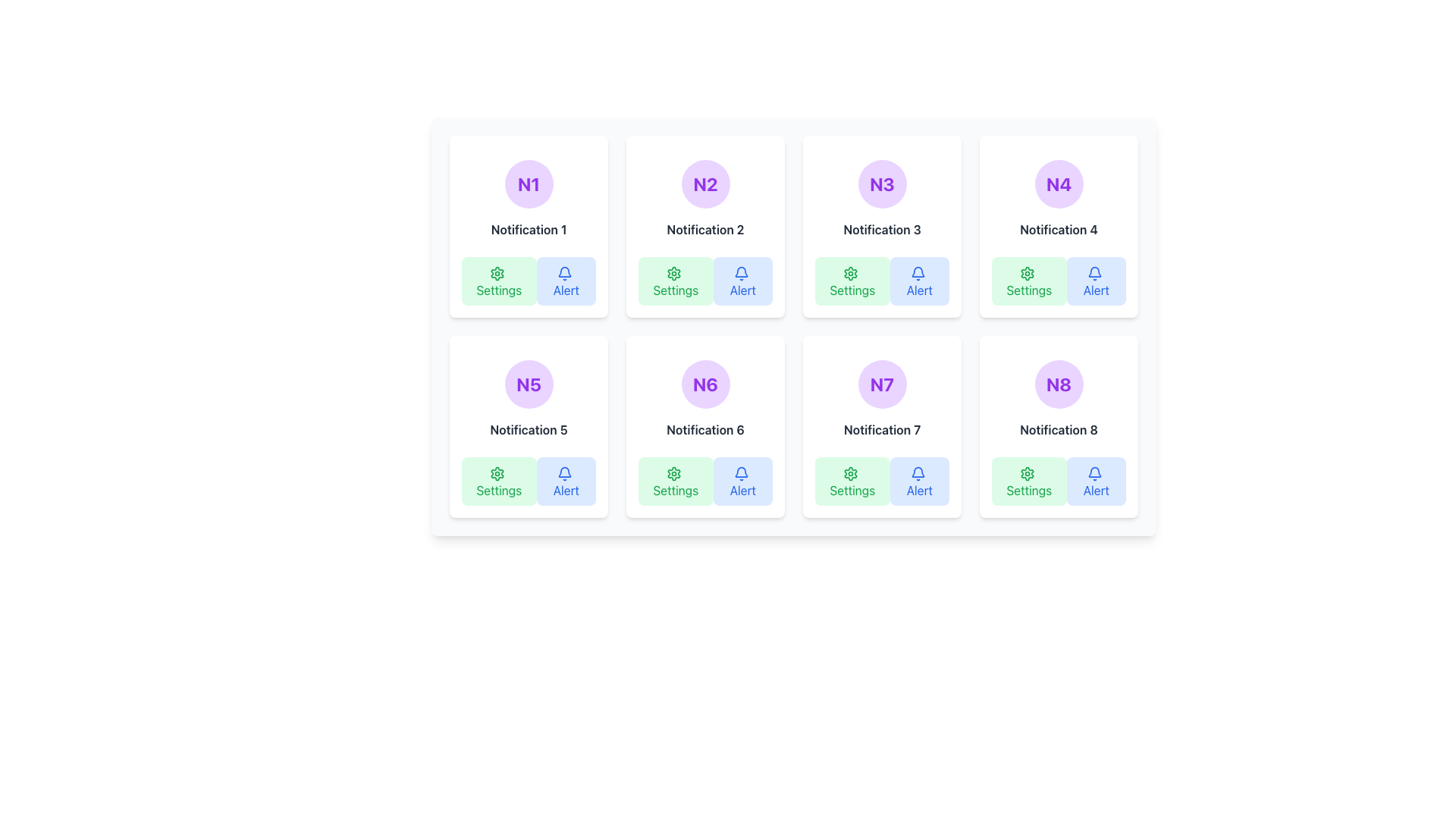 This screenshot has height=819, width=1456. What do you see at coordinates (673, 273) in the screenshot?
I see `the small gear icon with a green outline, located next to the 'Settings' label within the green button under 'Notification 2'` at bounding box center [673, 273].